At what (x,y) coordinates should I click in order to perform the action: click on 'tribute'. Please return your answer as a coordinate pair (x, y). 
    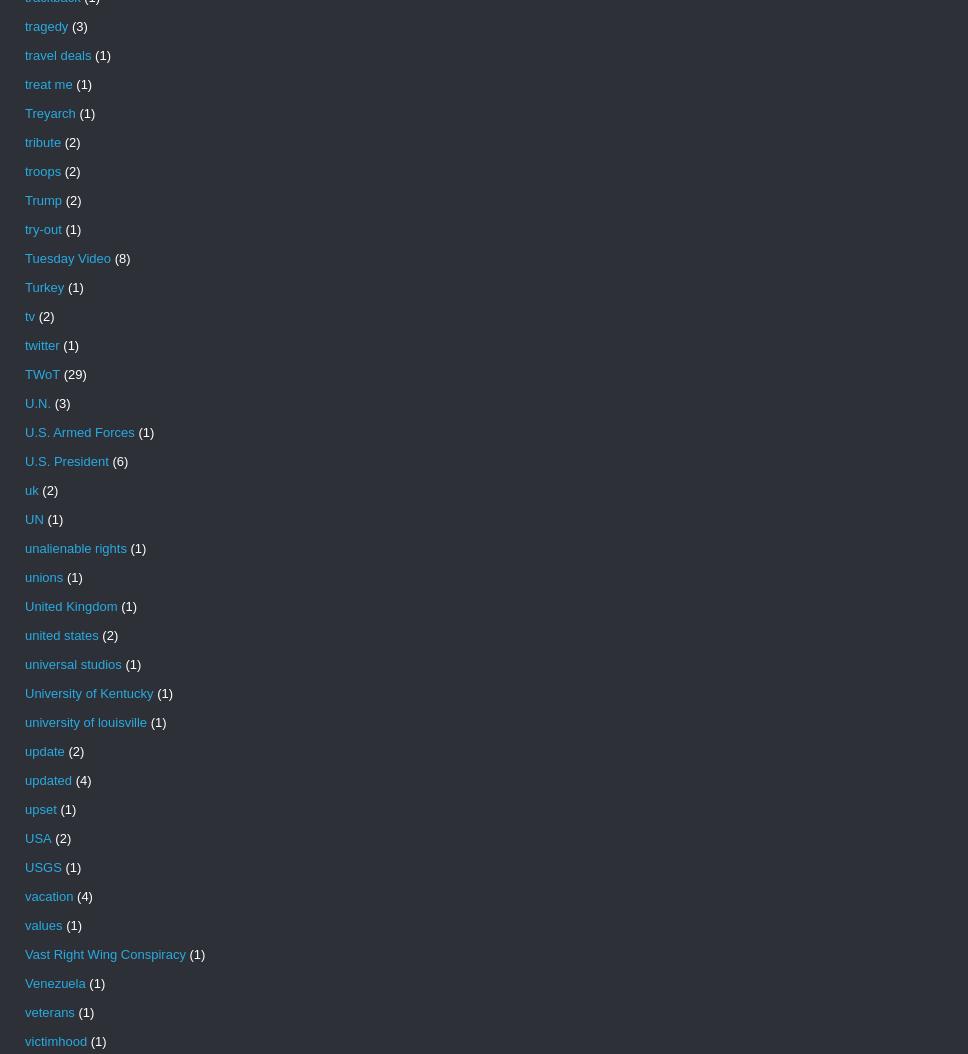
    Looking at the image, I should click on (41, 142).